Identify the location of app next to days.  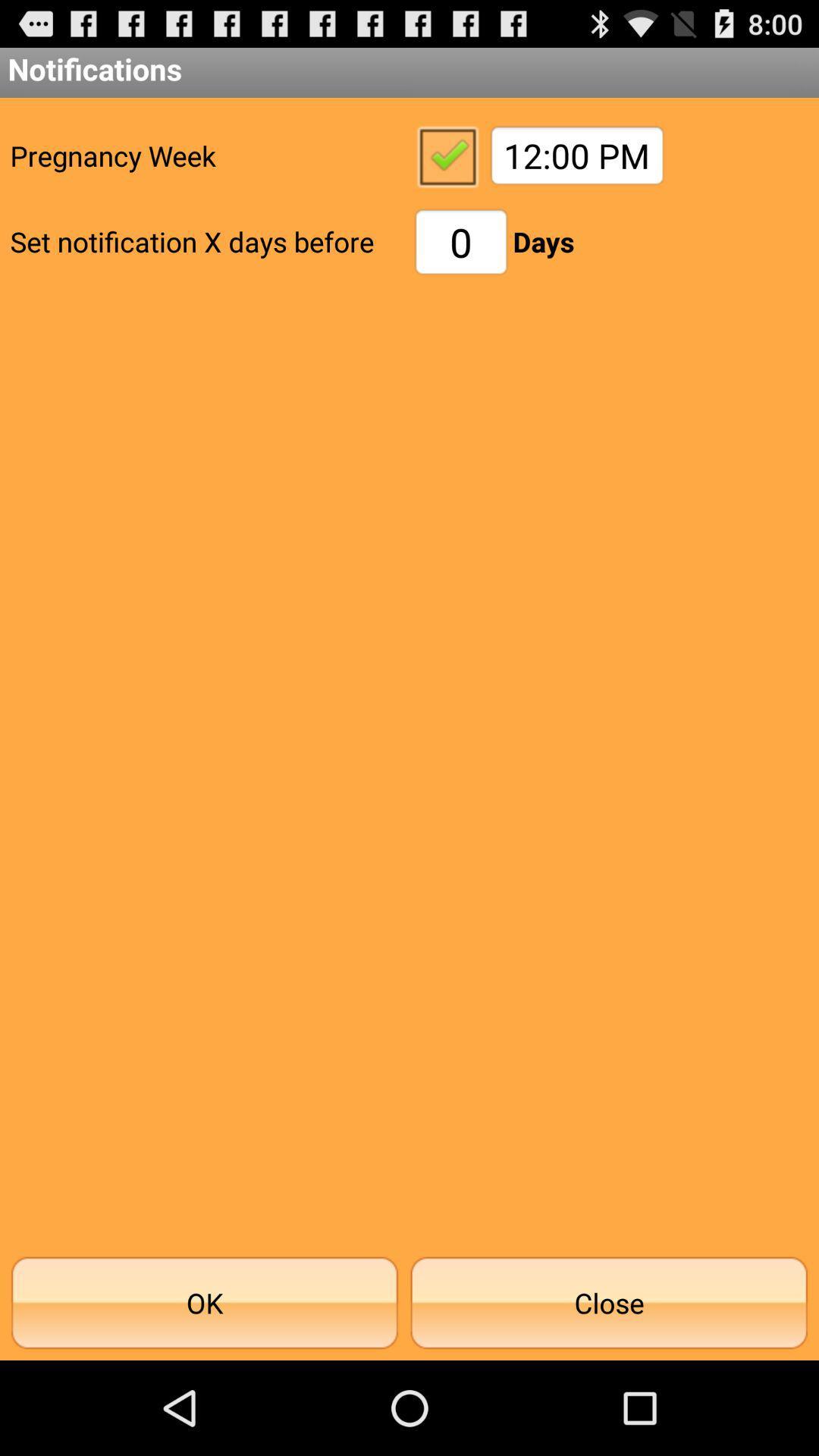
(460, 241).